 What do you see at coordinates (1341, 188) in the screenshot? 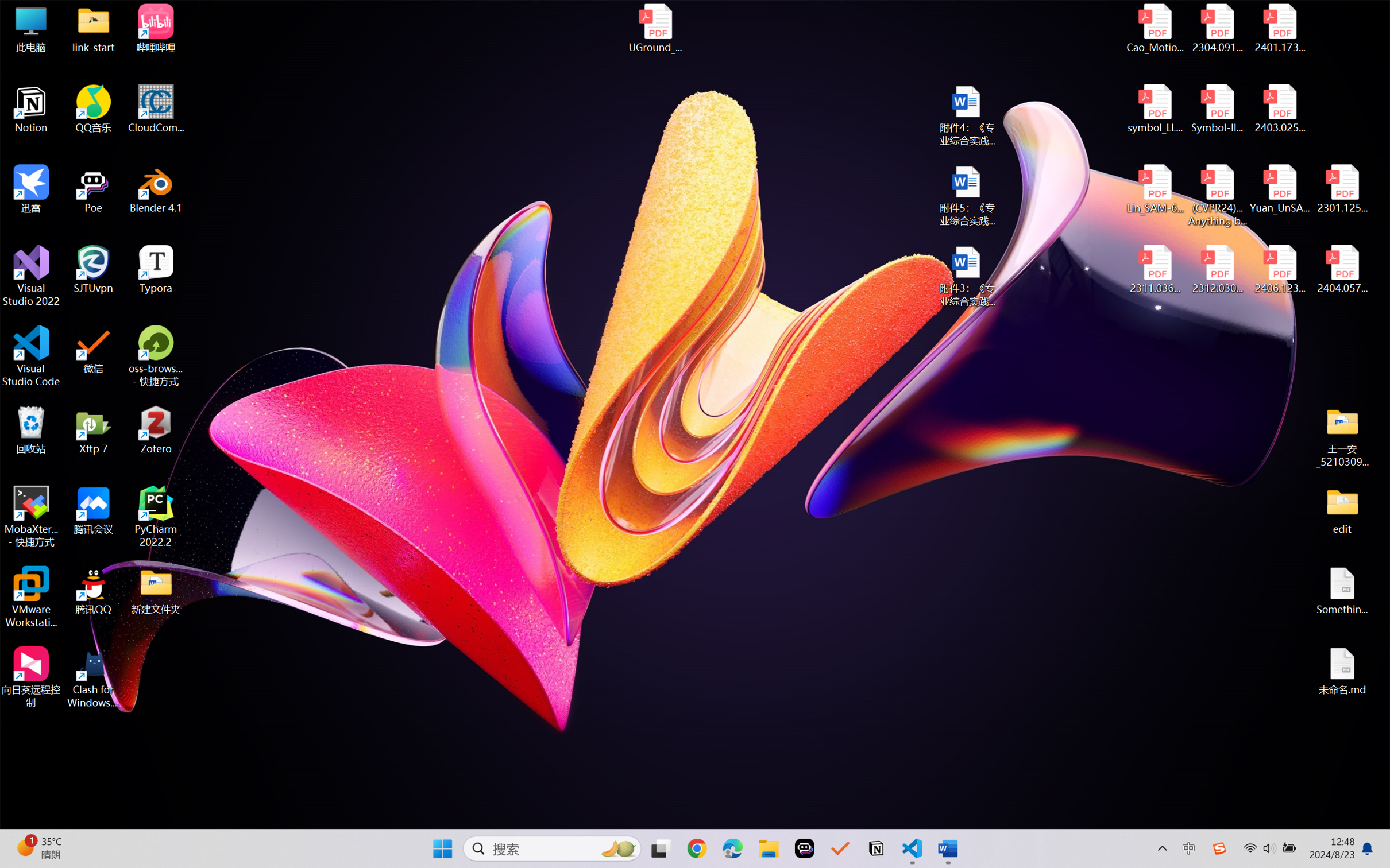
I see `'2301.12597v3.pdf'` at bounding box center [1341, 188].